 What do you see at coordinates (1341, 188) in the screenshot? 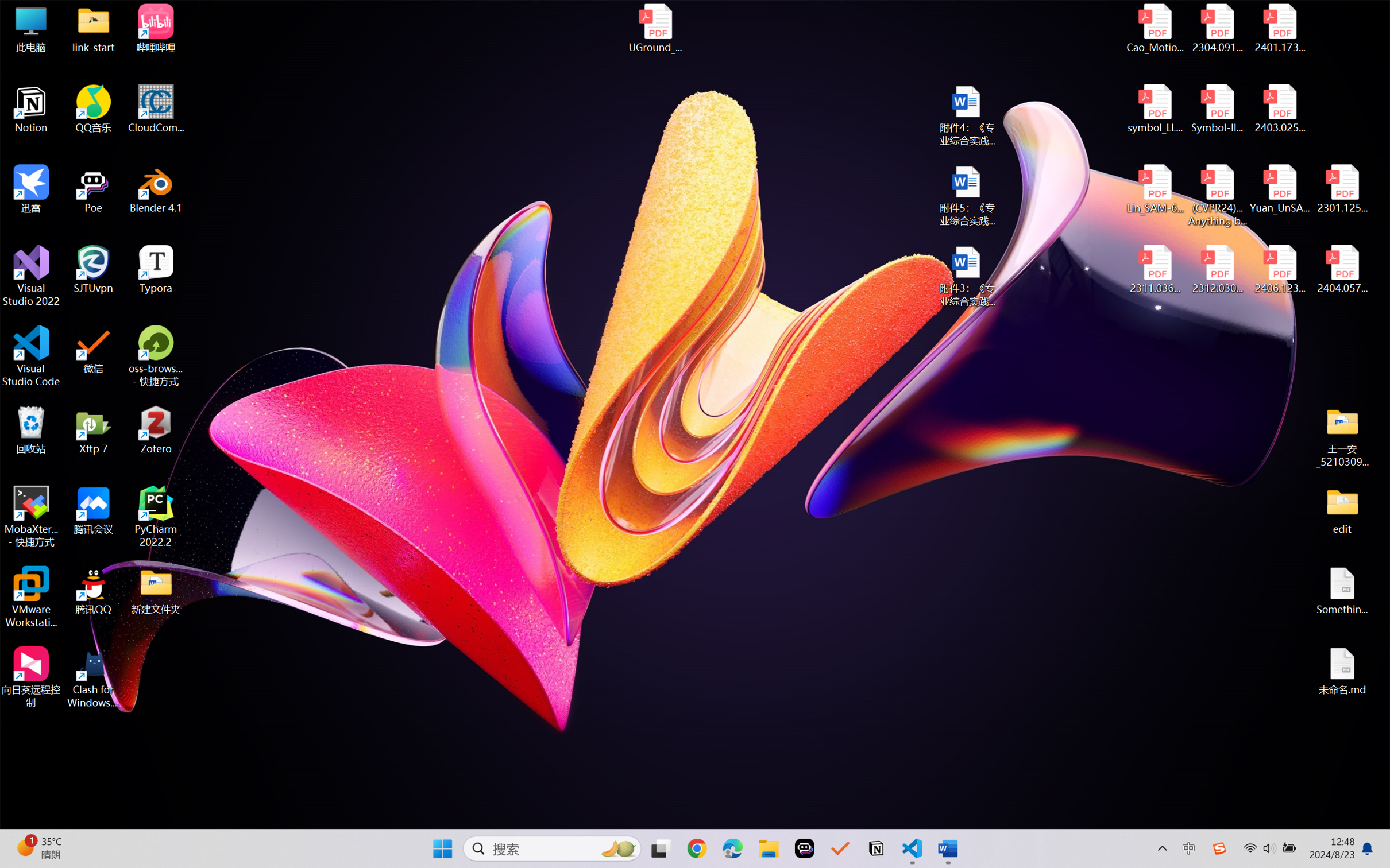
I see `'2301.12597v3.pdf'` at bounding box center [1341, 188].